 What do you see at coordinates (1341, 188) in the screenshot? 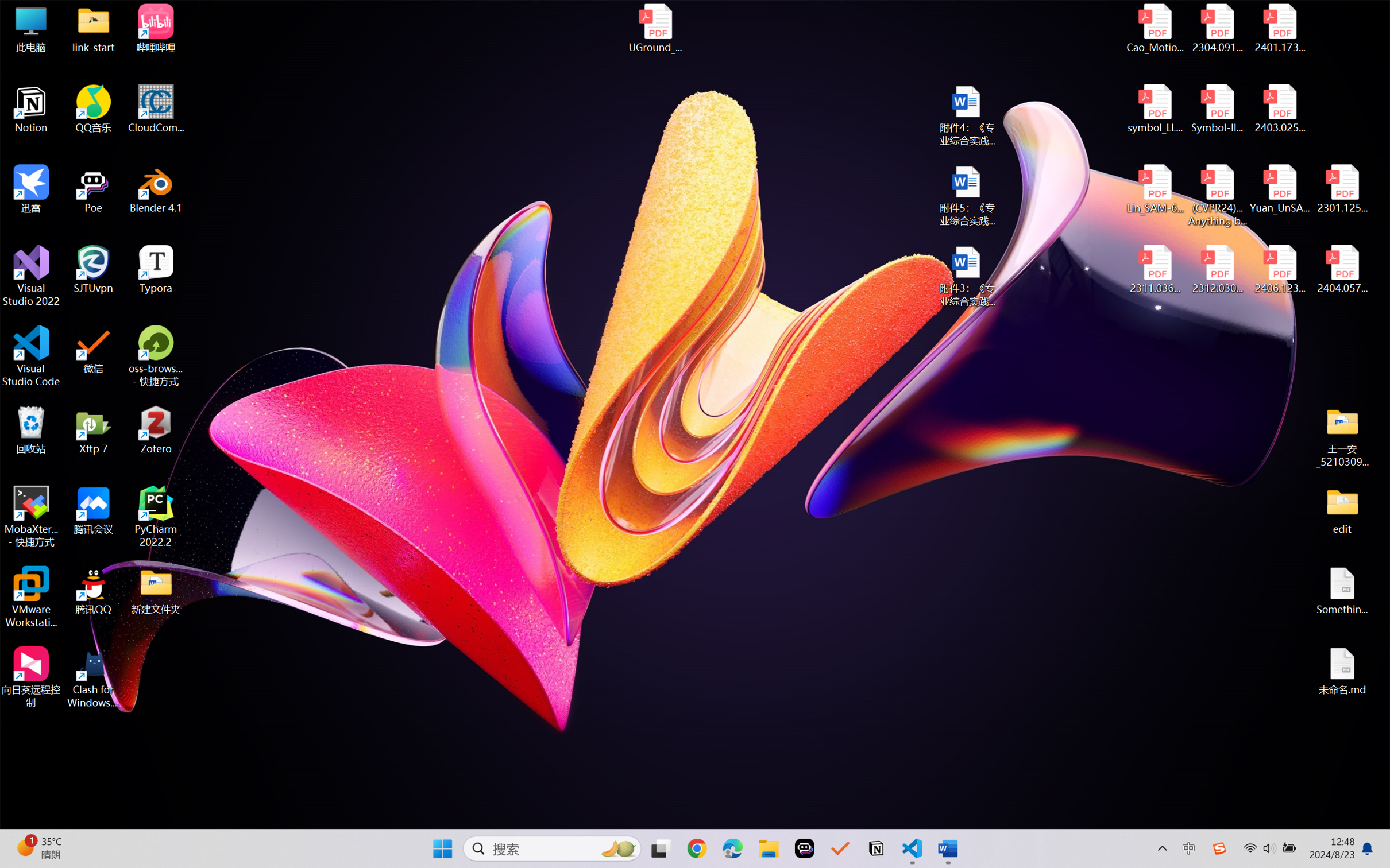
I see `'2301.12597v3.pdf'` at bounding box center [1341, 188].